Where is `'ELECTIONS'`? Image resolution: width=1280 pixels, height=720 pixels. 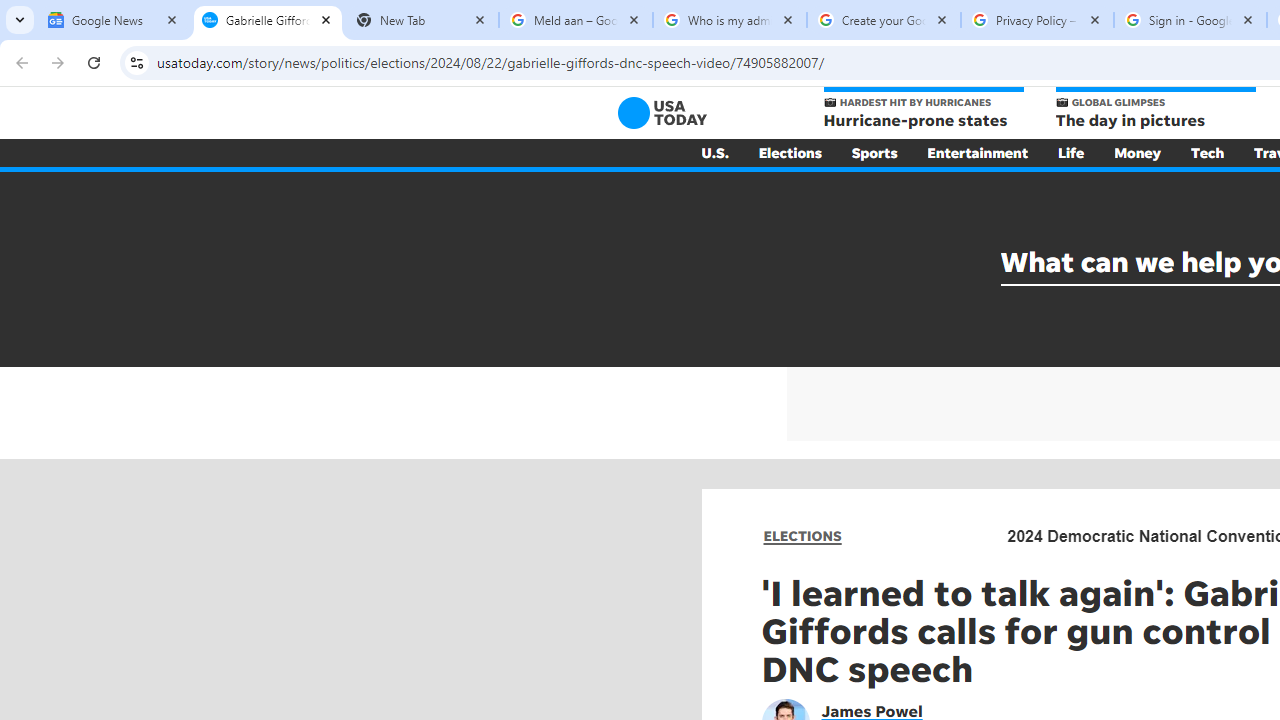
'ELECTIONS' is located at coordinates (802, 535).